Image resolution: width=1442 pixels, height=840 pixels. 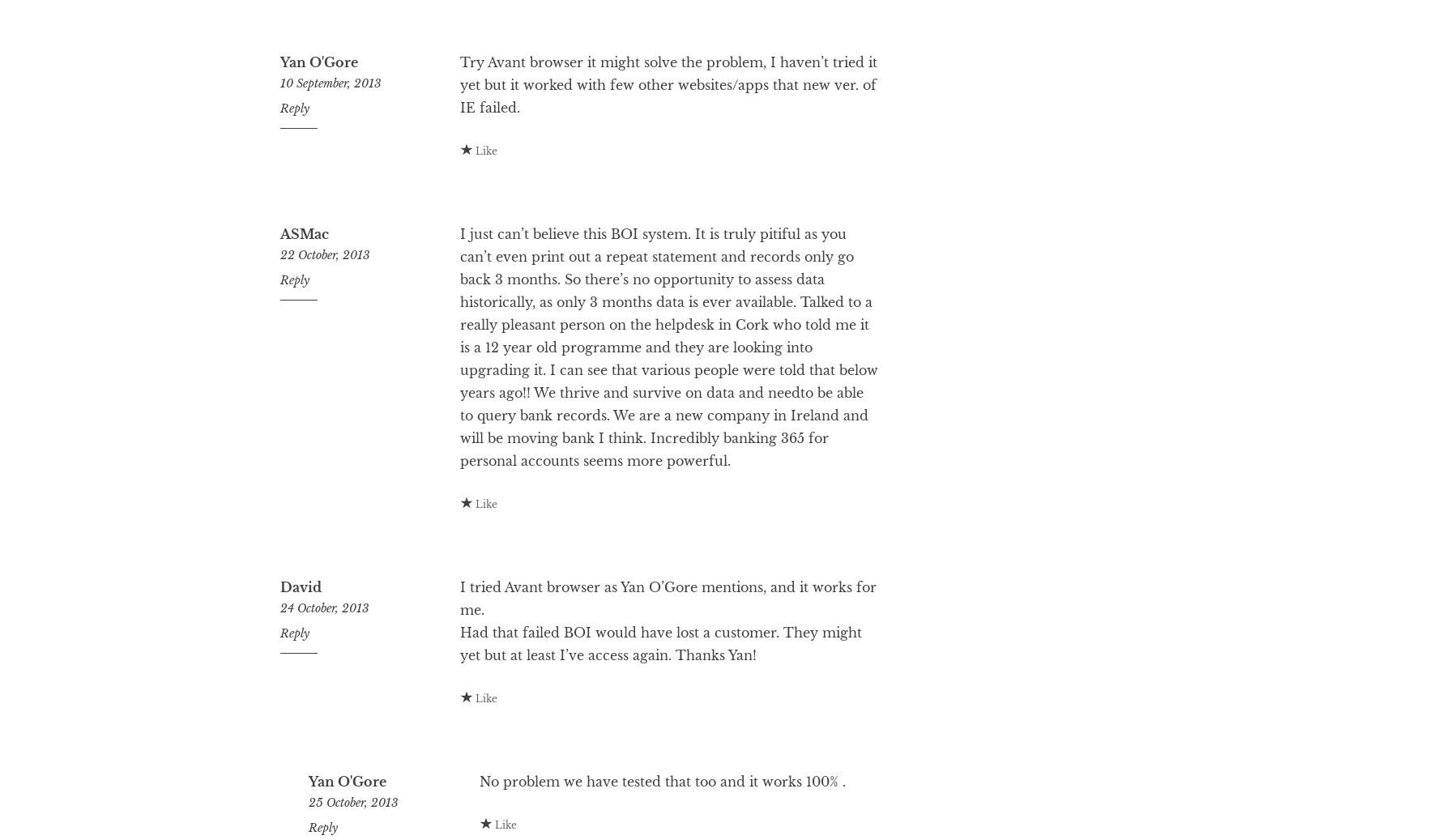 I want to click on '24 October, 2013', so click(x=324, y=673).